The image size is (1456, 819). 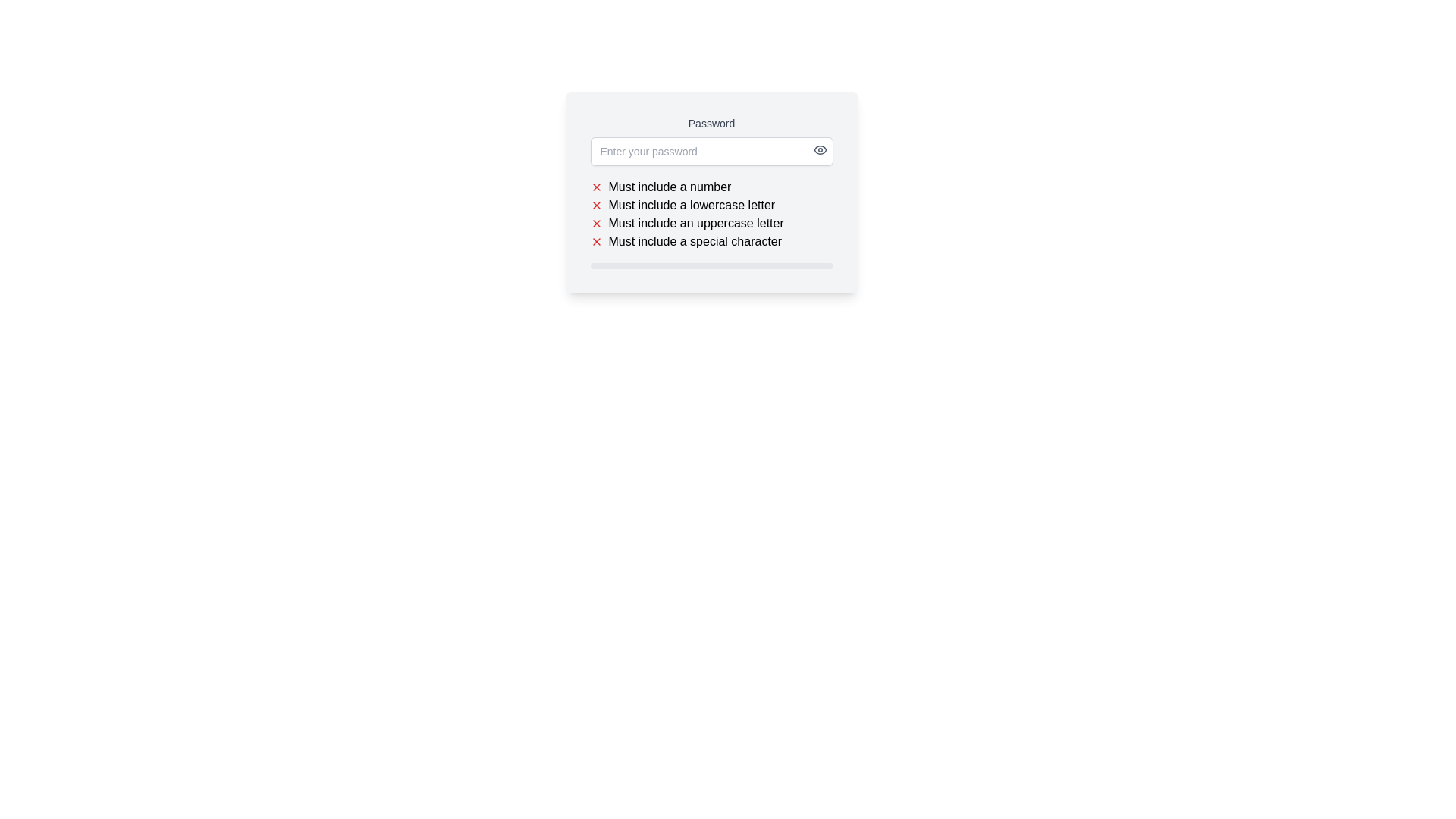 What do you see at coordinates (711, 241) in the screenshot?
I see `the text label that reads 'Must include a special character', which is the last item in a vertical list of password requirements, indicated by a red 'X' icon` at bounding box center [711, 241].